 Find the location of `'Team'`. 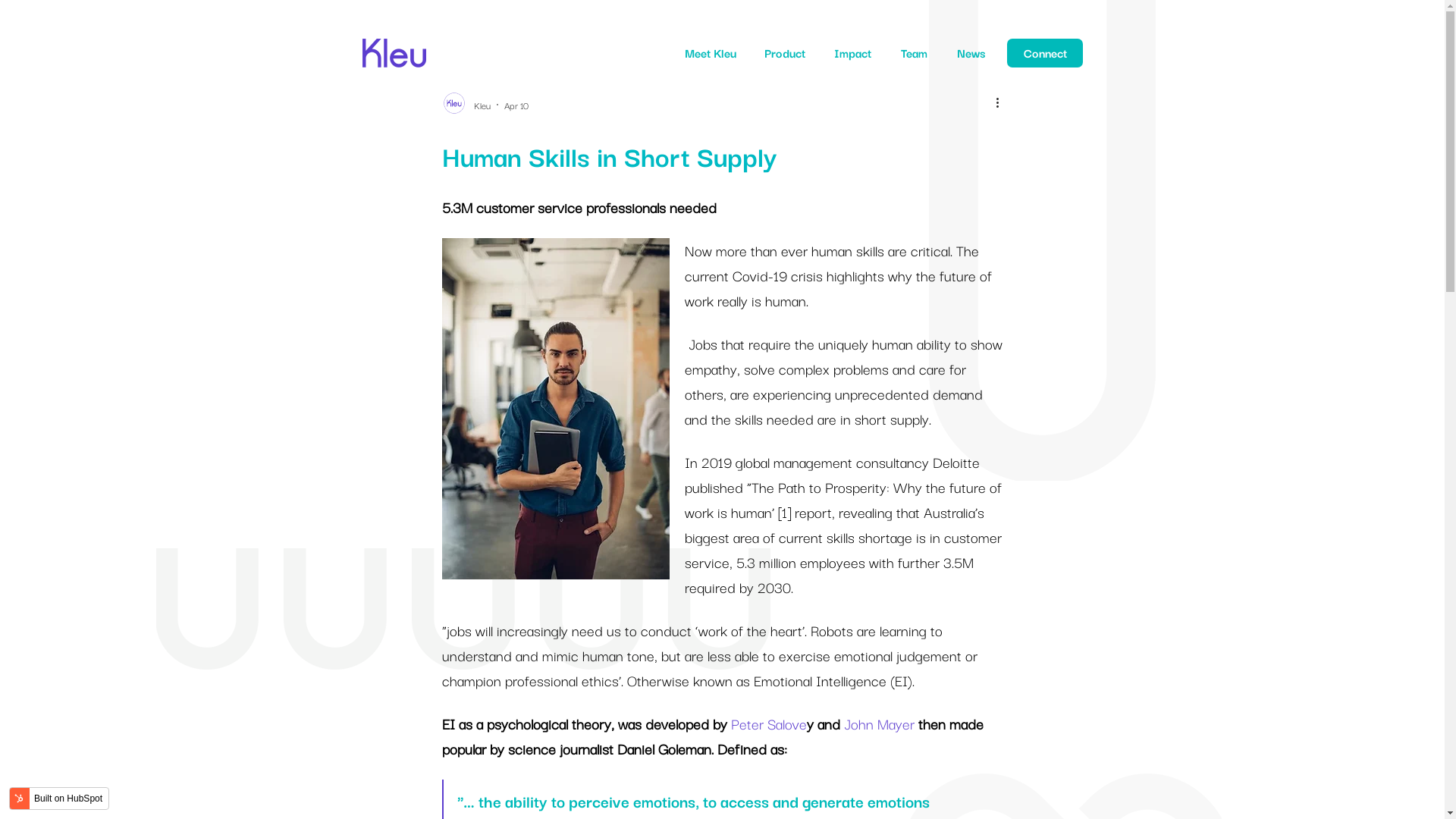

'Team' is located at coordinates (913, 52).